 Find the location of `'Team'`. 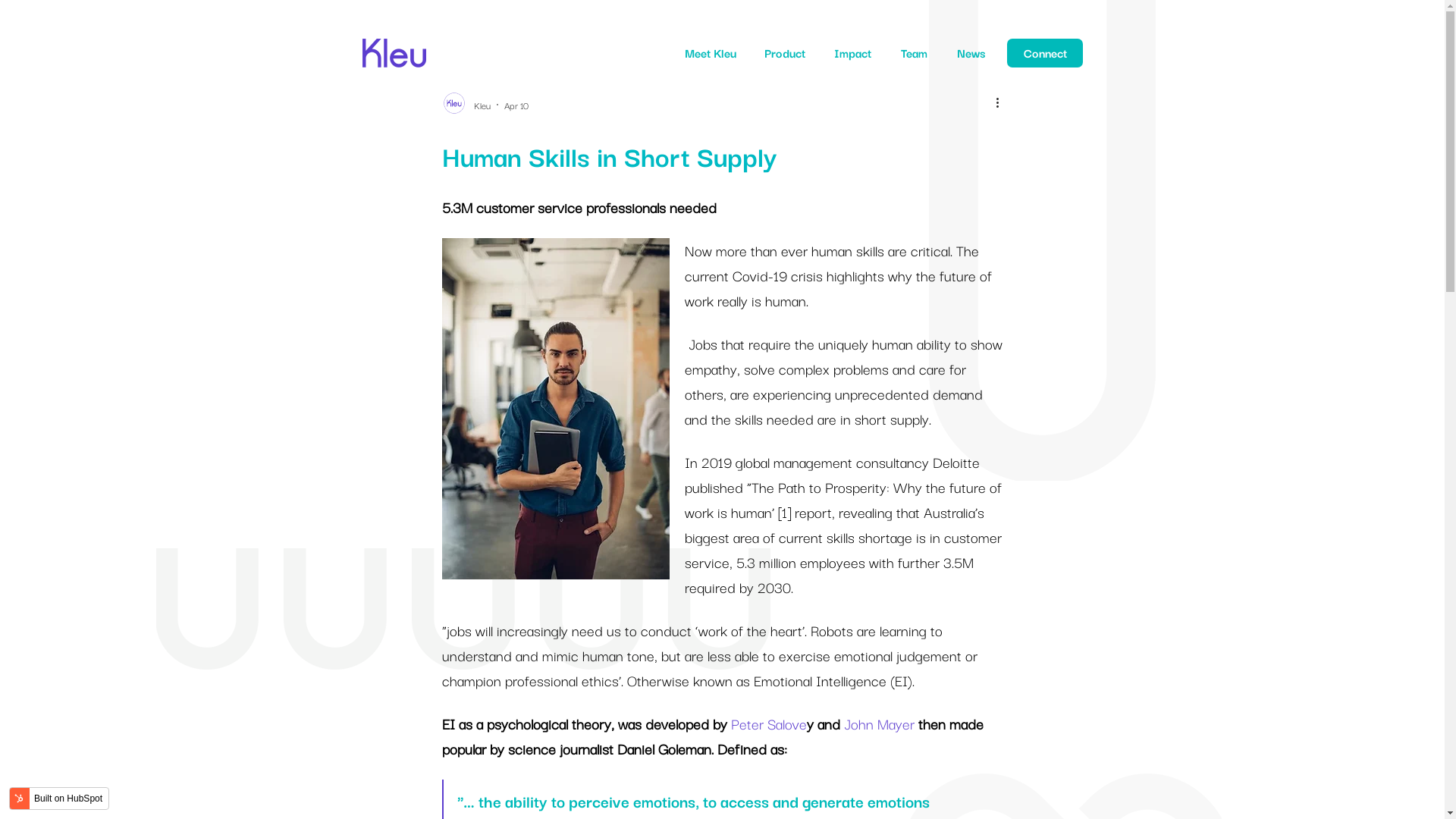

'Team' is located at coordinates (913, 52).